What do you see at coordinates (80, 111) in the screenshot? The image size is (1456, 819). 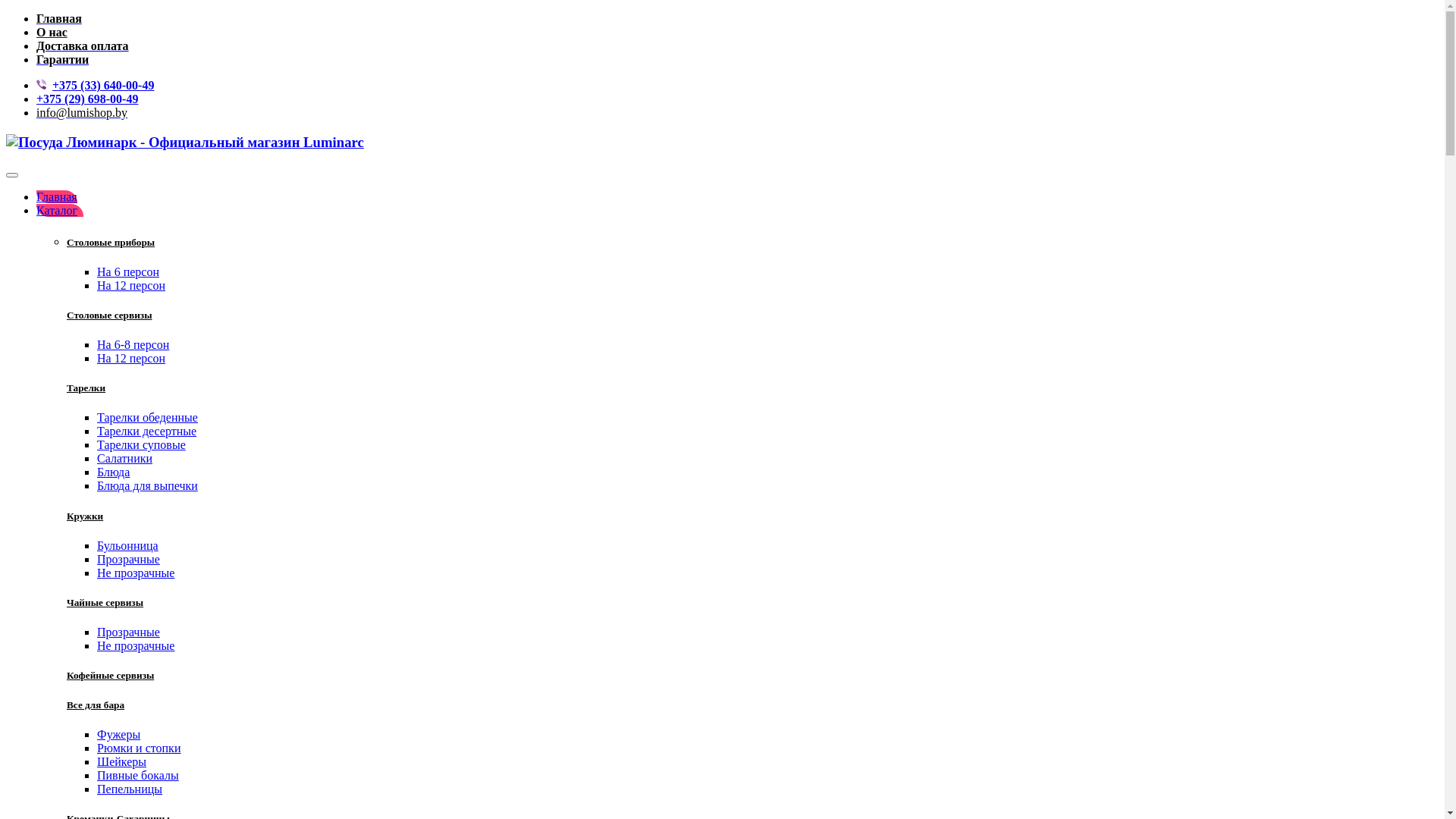 I see `'info@lumishop.by'` at bounding box center [80, 111].